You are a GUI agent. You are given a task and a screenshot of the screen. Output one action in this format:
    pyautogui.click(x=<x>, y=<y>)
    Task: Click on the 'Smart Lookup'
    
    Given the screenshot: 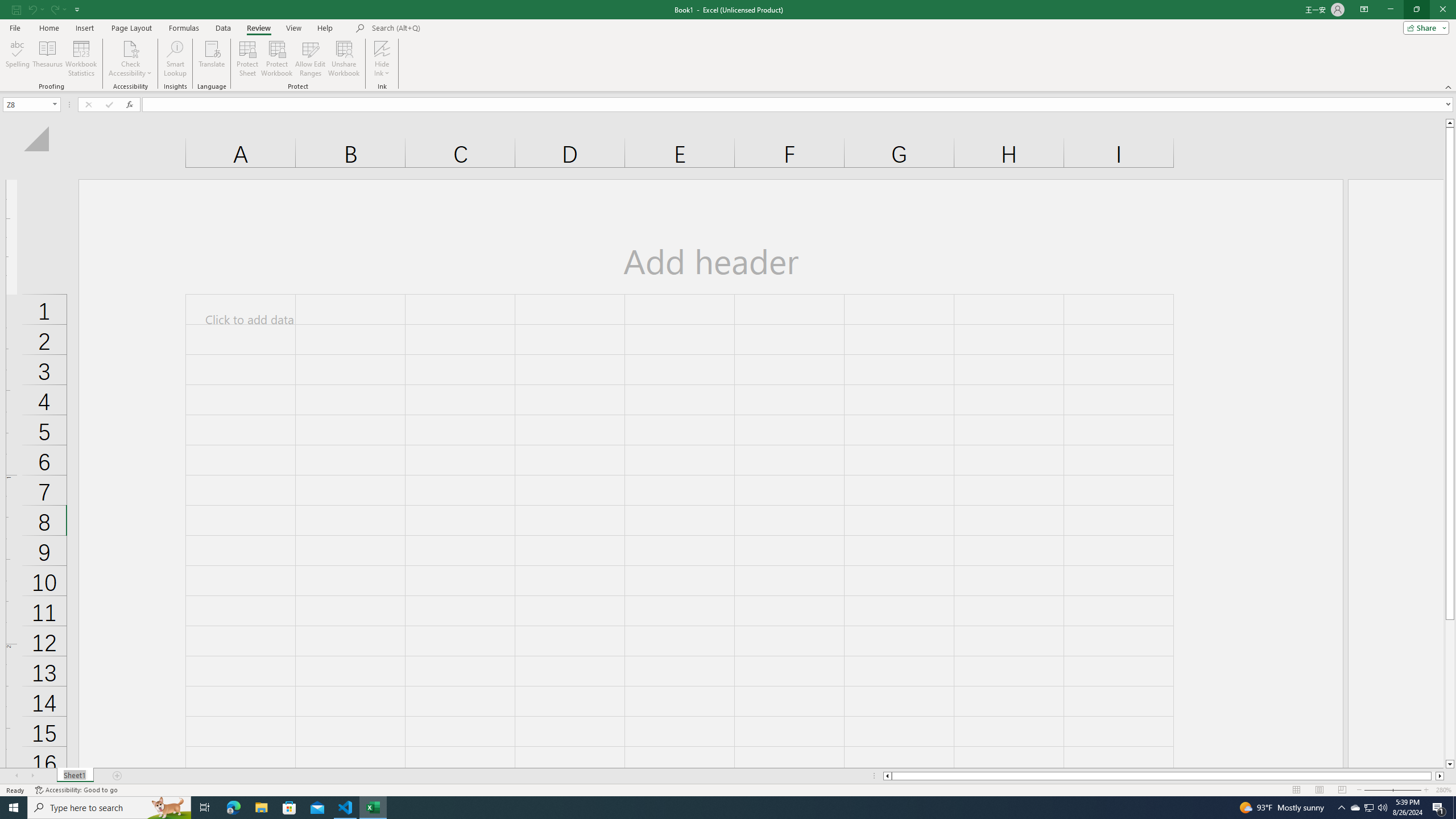 What is the action you would take?
    pyautogui.click(x=175, y=59)
    